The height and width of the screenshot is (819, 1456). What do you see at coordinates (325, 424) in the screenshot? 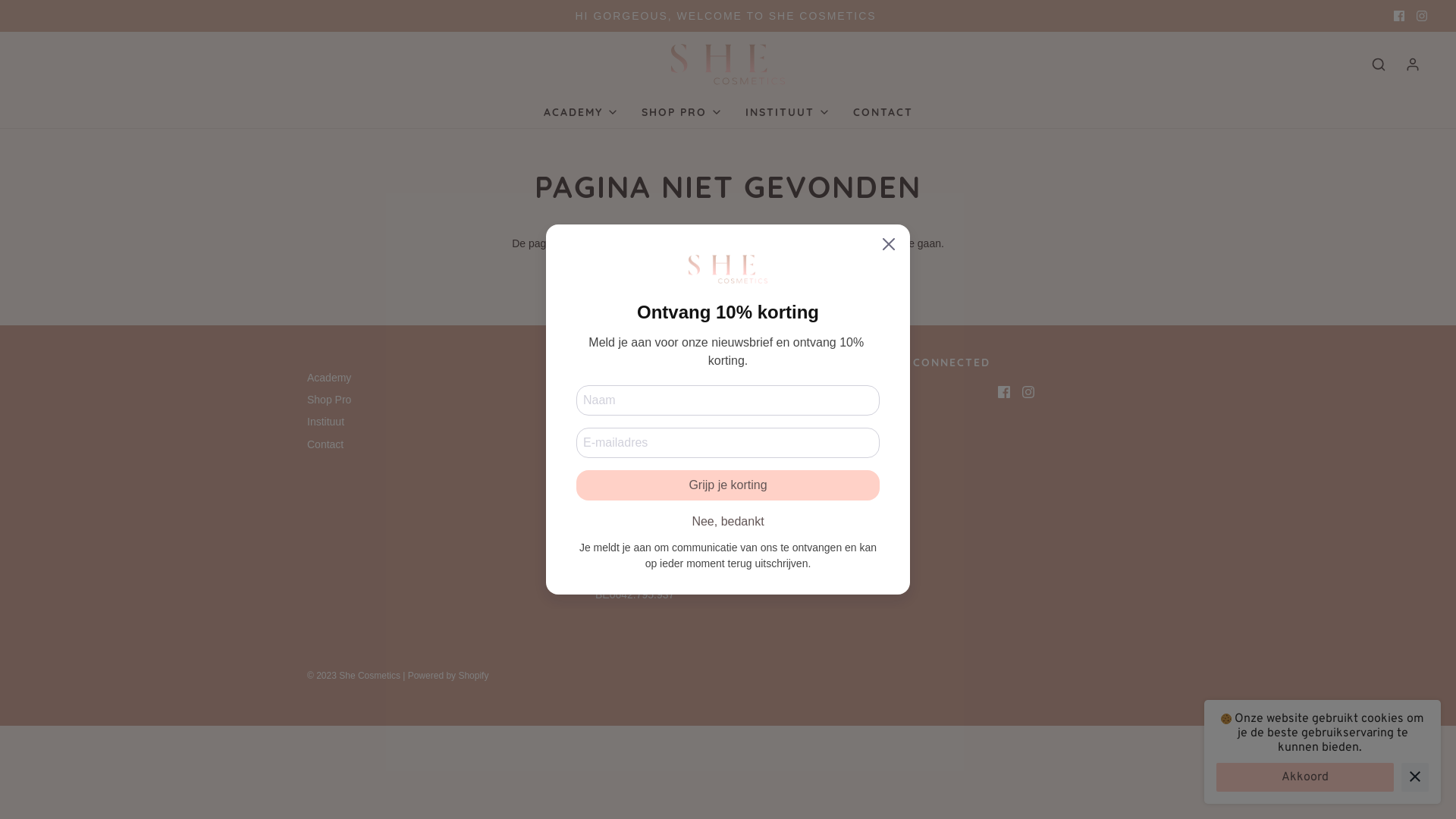
I see `'Instituut'` at bounding box center [325, 424].